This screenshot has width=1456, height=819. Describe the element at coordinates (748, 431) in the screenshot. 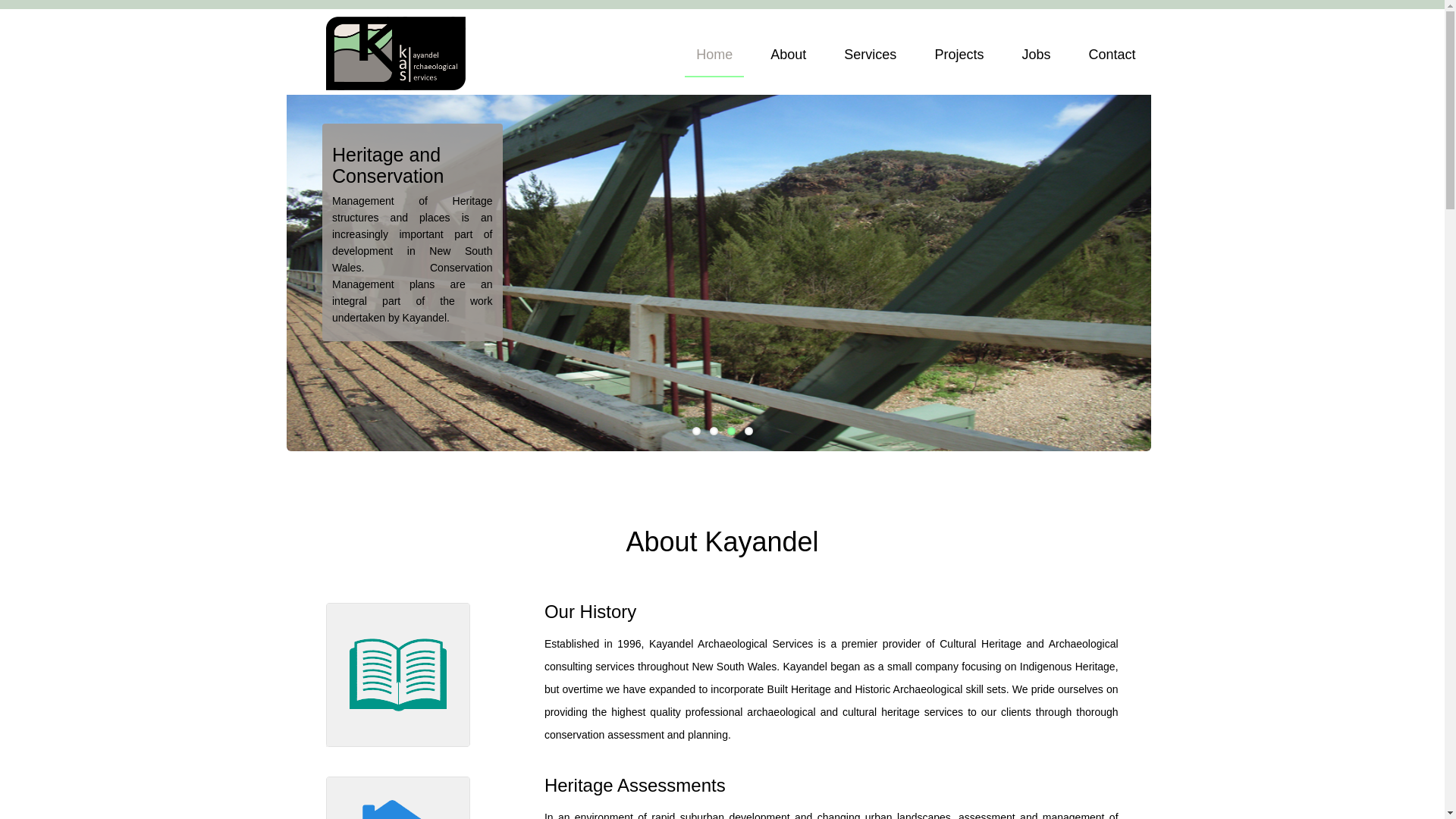

I see `'4'` at that location.